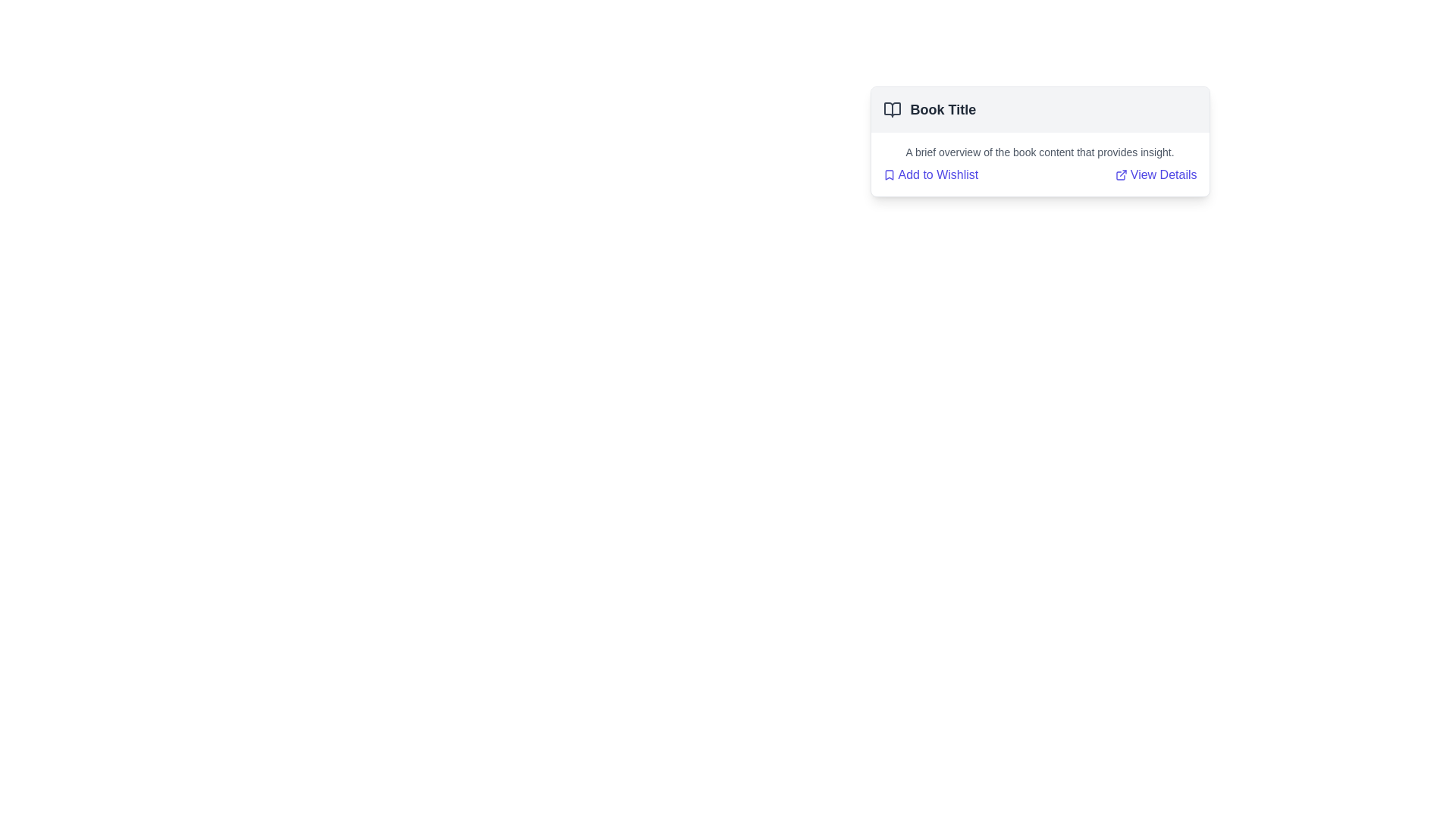 The height and width of the screenshot is (819, 1456). Describe the element at coordinates (889, 174) in the screenshot. I see `the bookmark icon located at the top-left corner of the card, beside the title text 'Book Title'` at that location.